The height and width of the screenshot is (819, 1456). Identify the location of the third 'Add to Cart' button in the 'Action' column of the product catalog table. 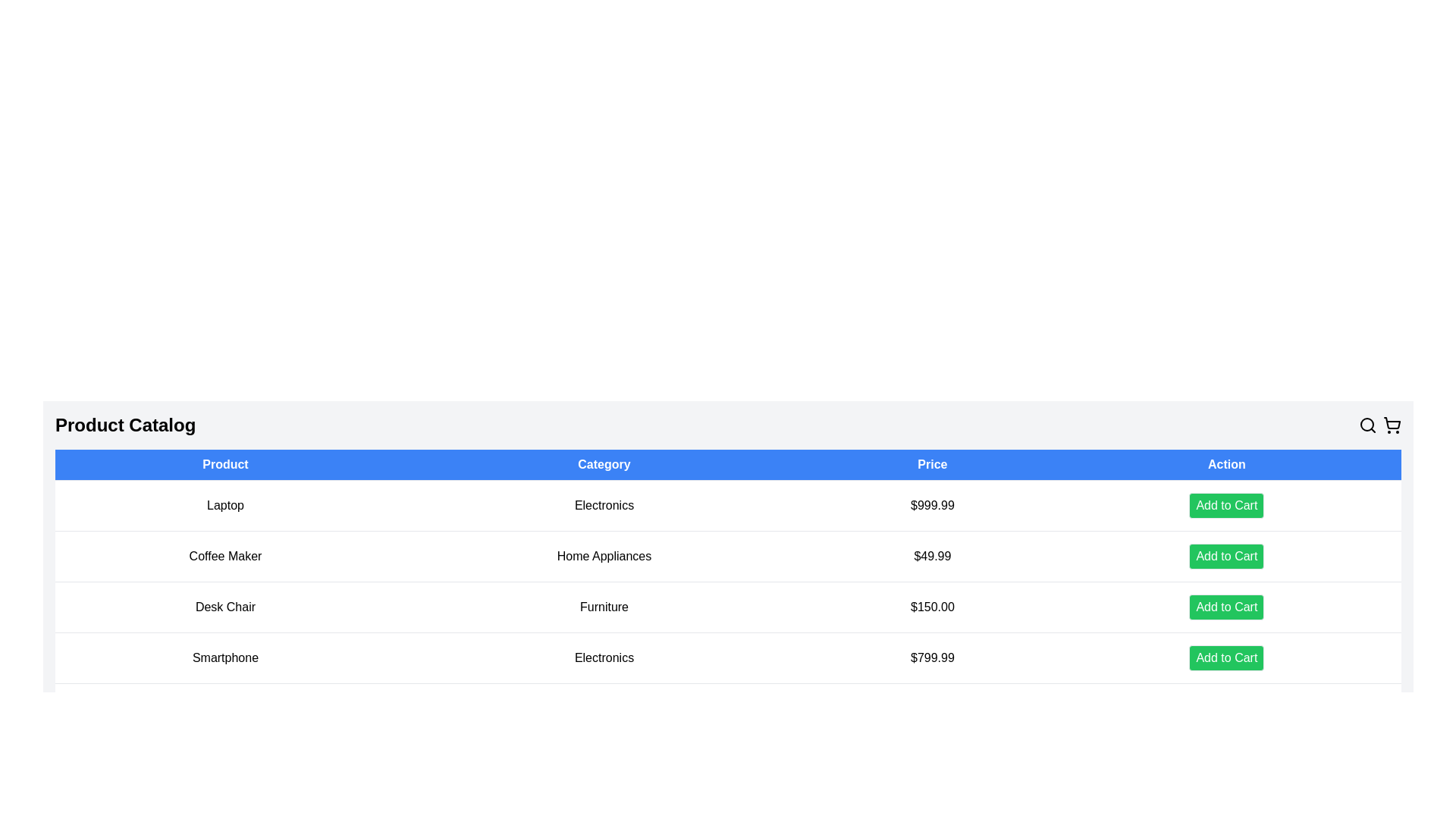
(1226, 607).